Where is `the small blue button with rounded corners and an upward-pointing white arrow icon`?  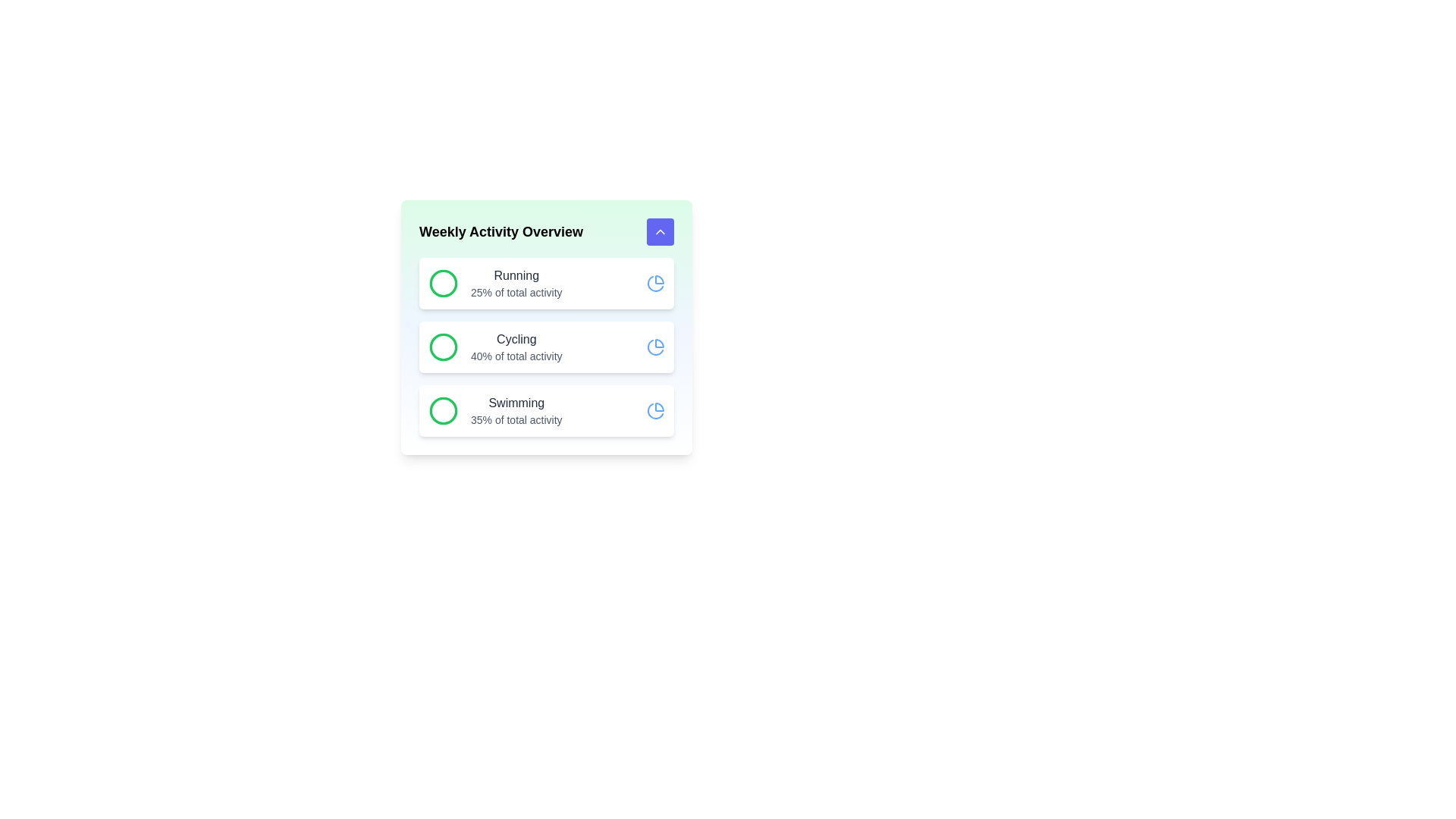 the small blue button with rounded corners and an upward-pointing white arrow icon is located at coordinates (660, 231).